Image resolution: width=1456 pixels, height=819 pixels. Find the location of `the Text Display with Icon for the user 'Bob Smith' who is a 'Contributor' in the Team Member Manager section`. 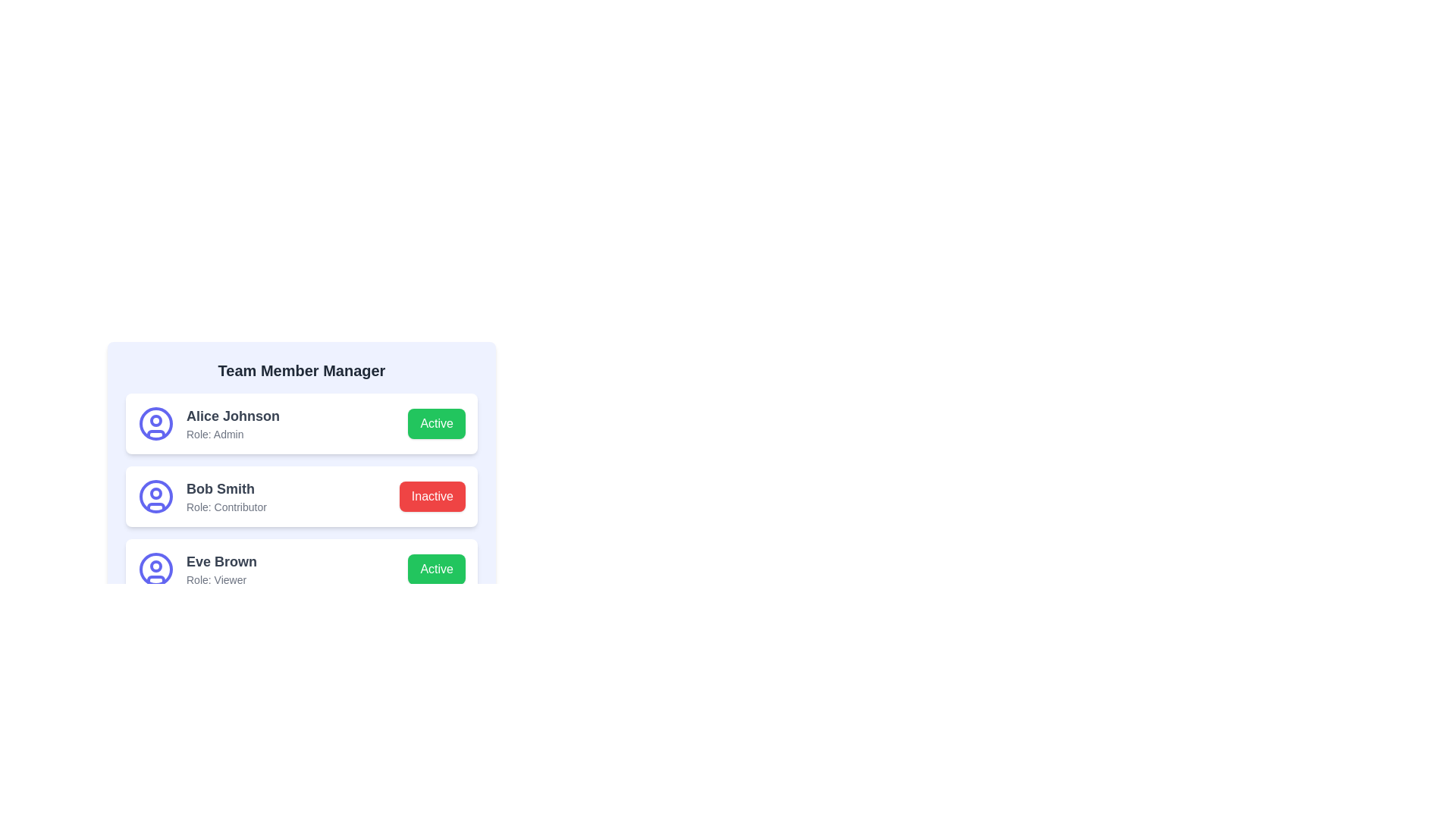

the Text Display with Icon for the user 'Bob Smith' who is a 'Contributor' in the Team Member Manager section is located at coordinates (201, 497).